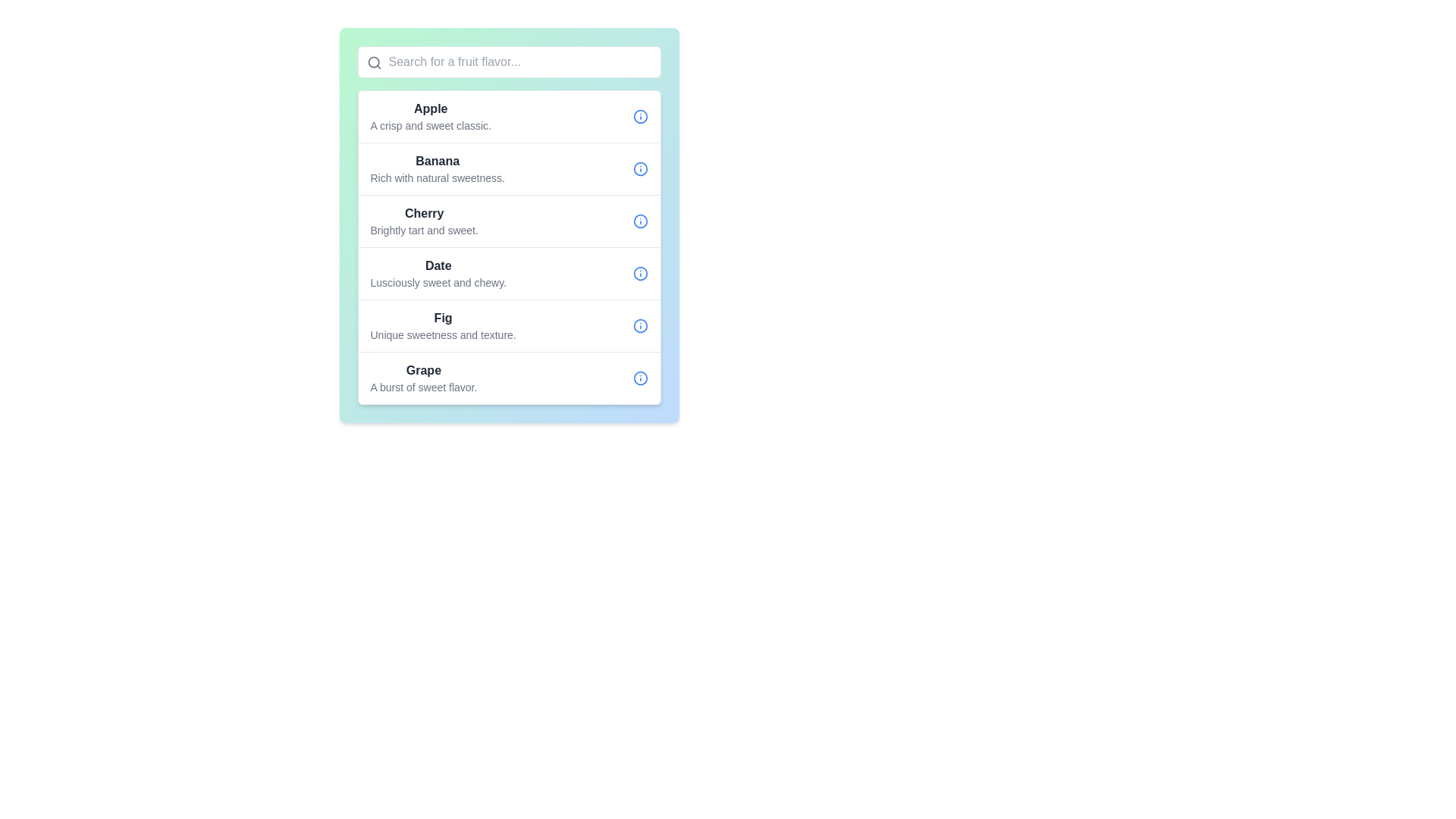 This screenshot has height=819, width=1456. I want to click on the title element for the entry about 'Grape' which is located above the descriptive text 'A burst of sweet flavor.', so click(423, 371).